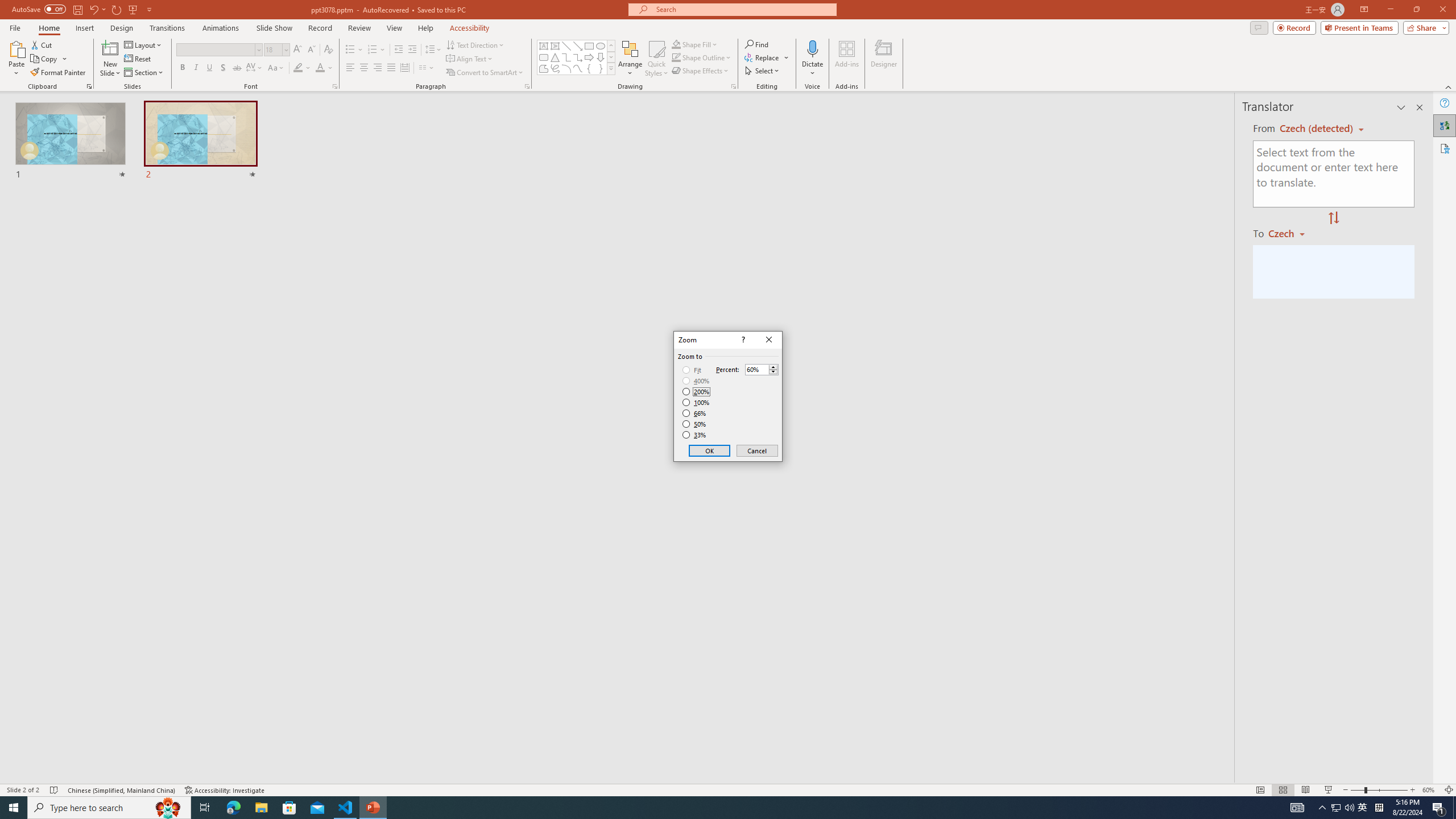  I want to click on 'Czech', so click(1291, 233).